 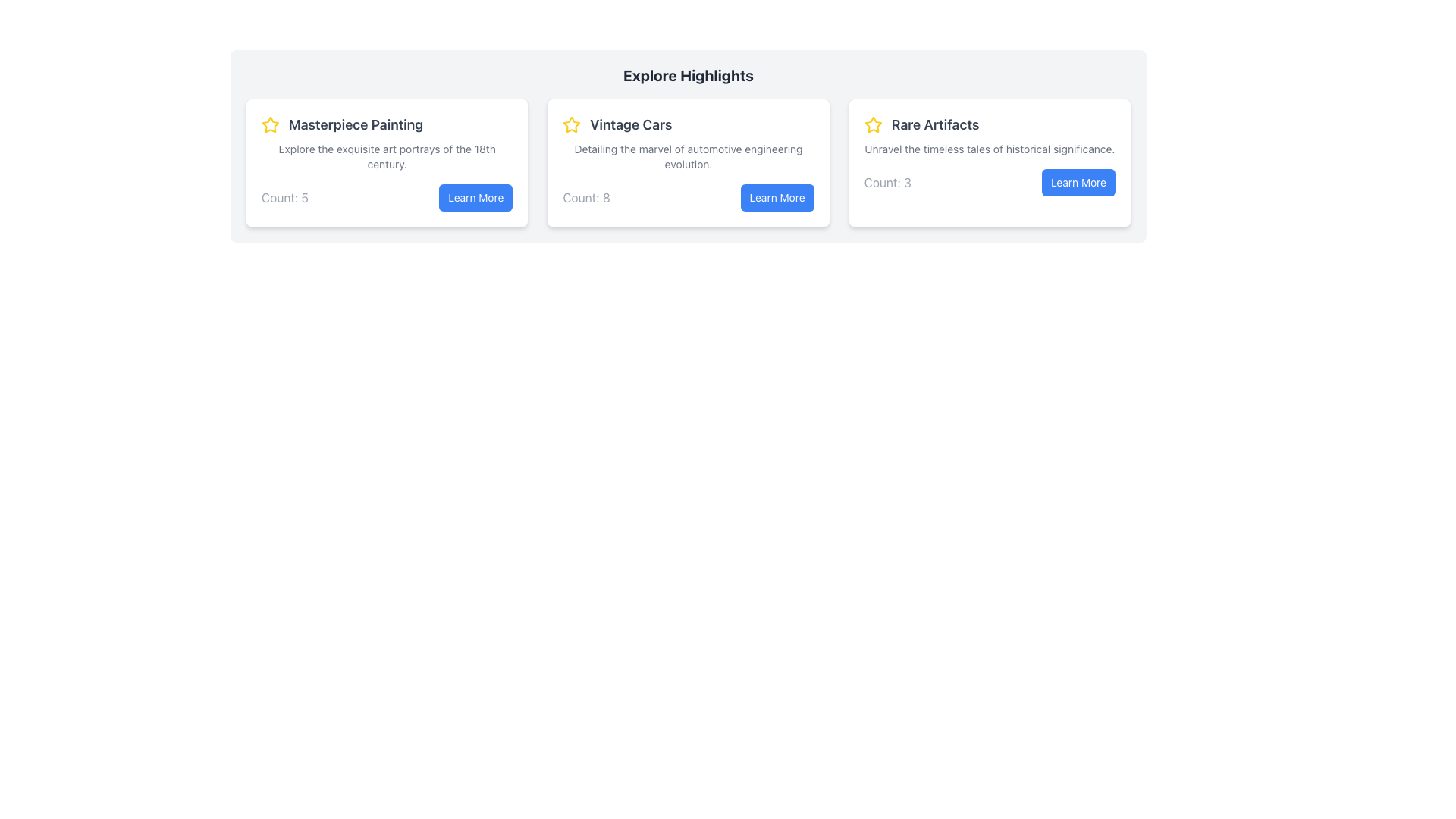 I want to click on the bold yellow star icon located at the top left of the 'Vintage Cars' card, so click(x=571, y=124).